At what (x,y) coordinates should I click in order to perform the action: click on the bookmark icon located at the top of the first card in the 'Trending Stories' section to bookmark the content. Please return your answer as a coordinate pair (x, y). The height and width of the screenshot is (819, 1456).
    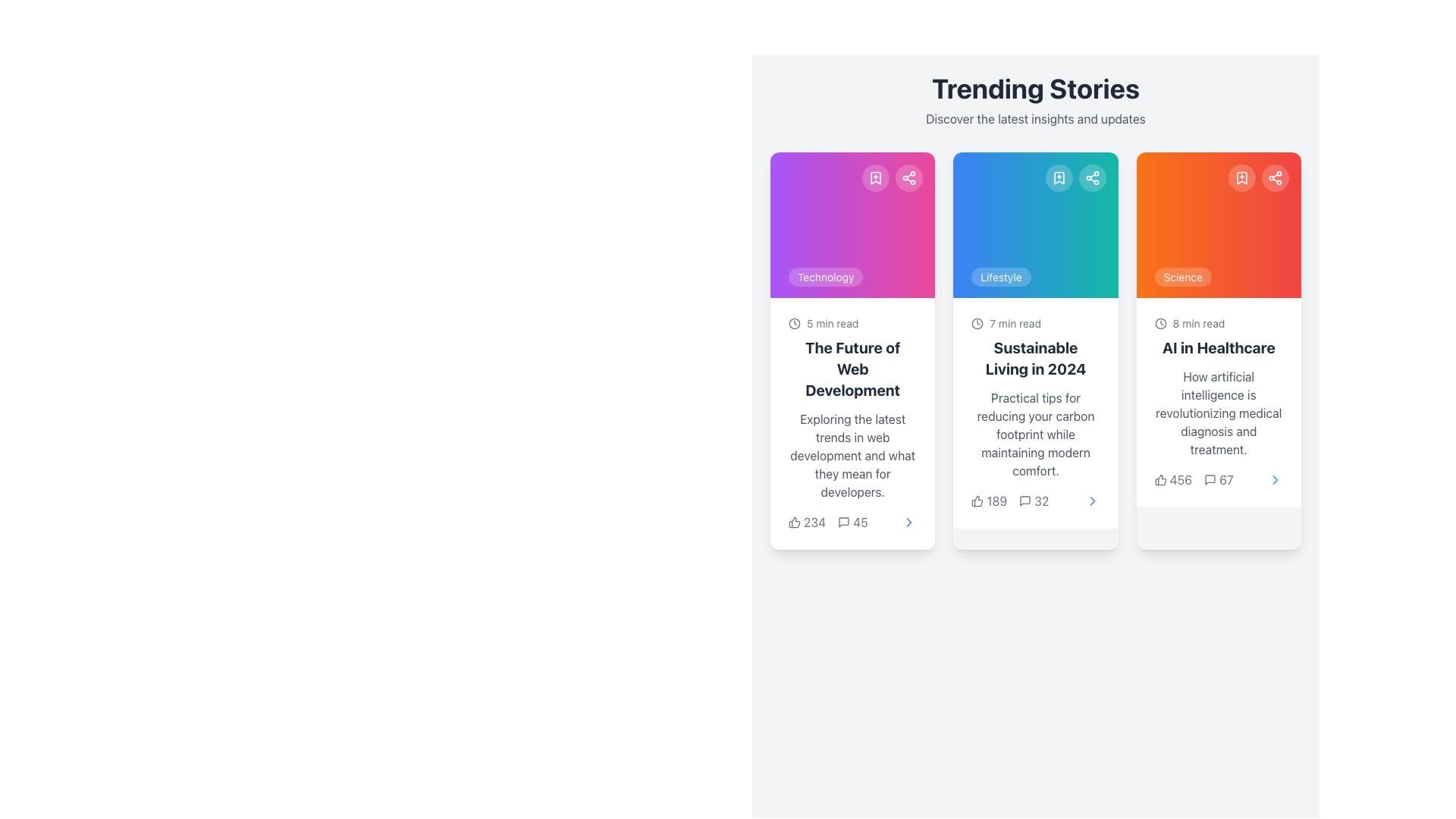
    Looking at the image, I should click on (876, 177).